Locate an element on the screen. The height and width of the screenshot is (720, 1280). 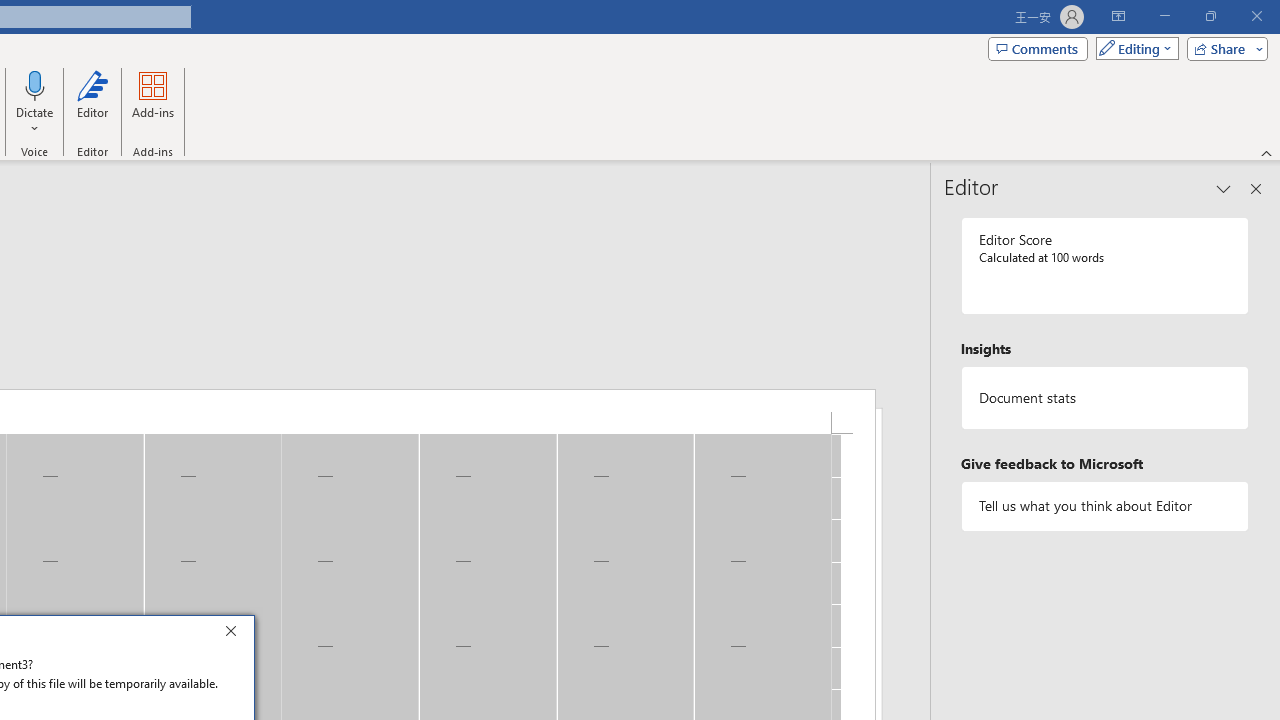
'Task Pane Options' is located at coordinates (1223, 189).